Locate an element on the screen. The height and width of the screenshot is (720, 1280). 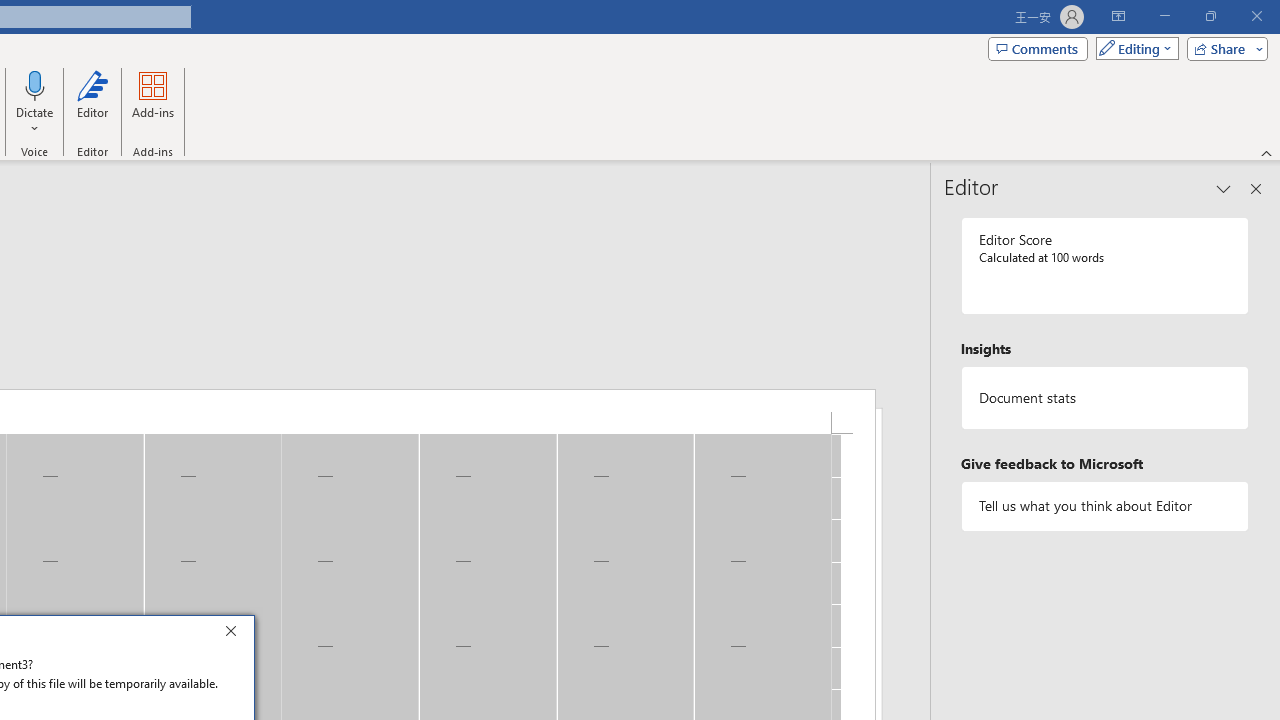
'Task Pane Options' is located at coordinates (1223, 189).